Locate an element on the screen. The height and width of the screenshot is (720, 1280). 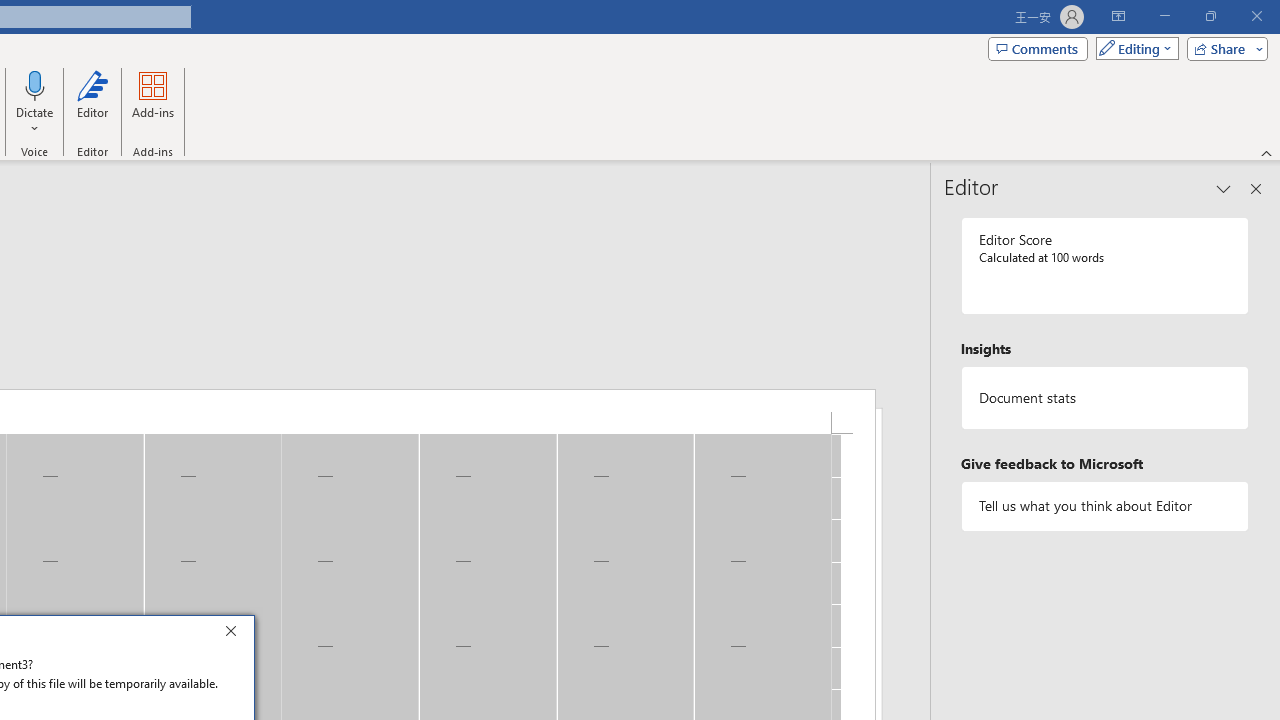
'Task Pane Options' is located at coordinates (1223, 189).